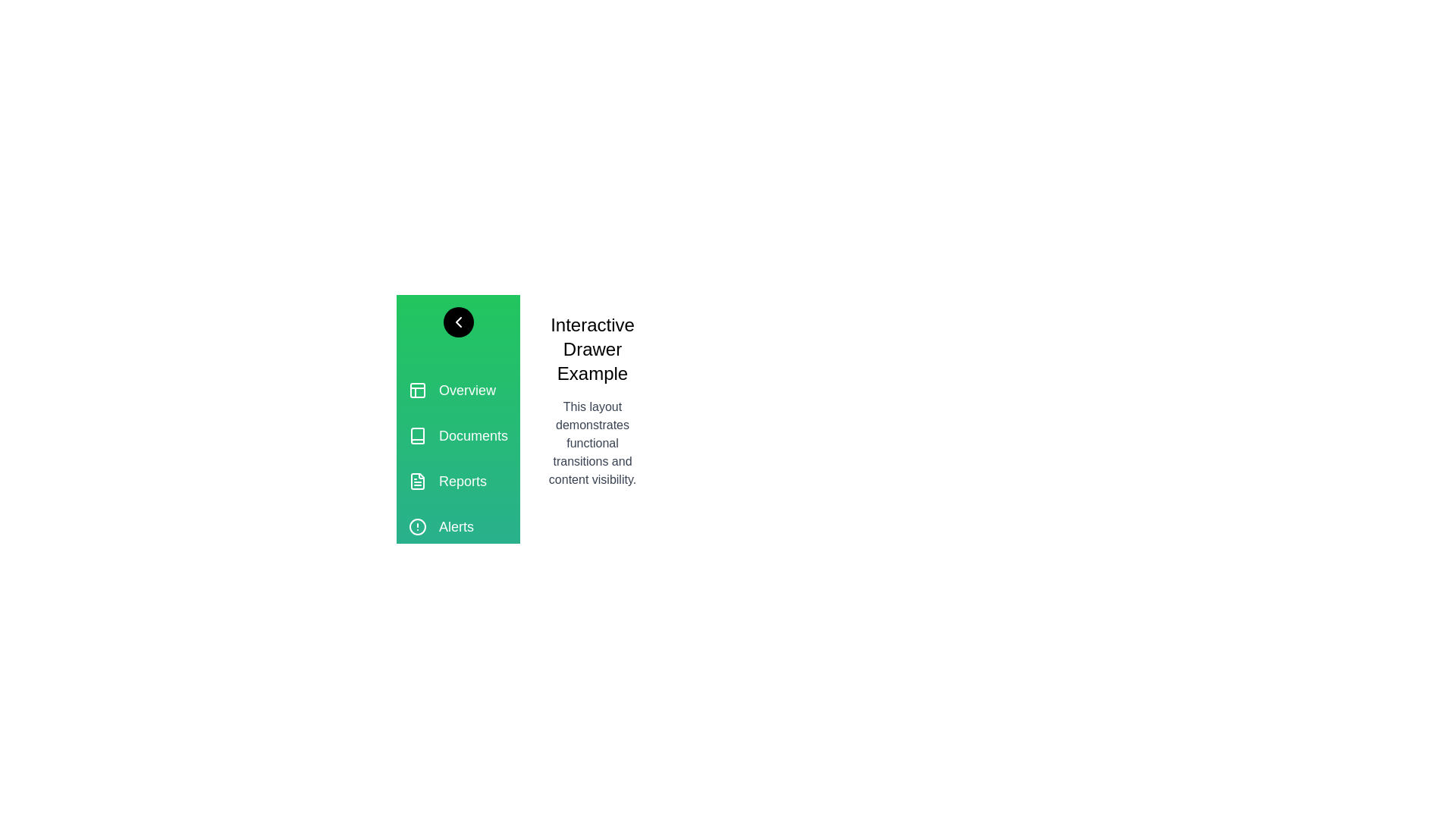 The image size is (1456, 819). What do you see at coordinates (457, 482) in the screenshot?
I see `the section labeled Reports in the drawer` at bounding box center [457, 482].